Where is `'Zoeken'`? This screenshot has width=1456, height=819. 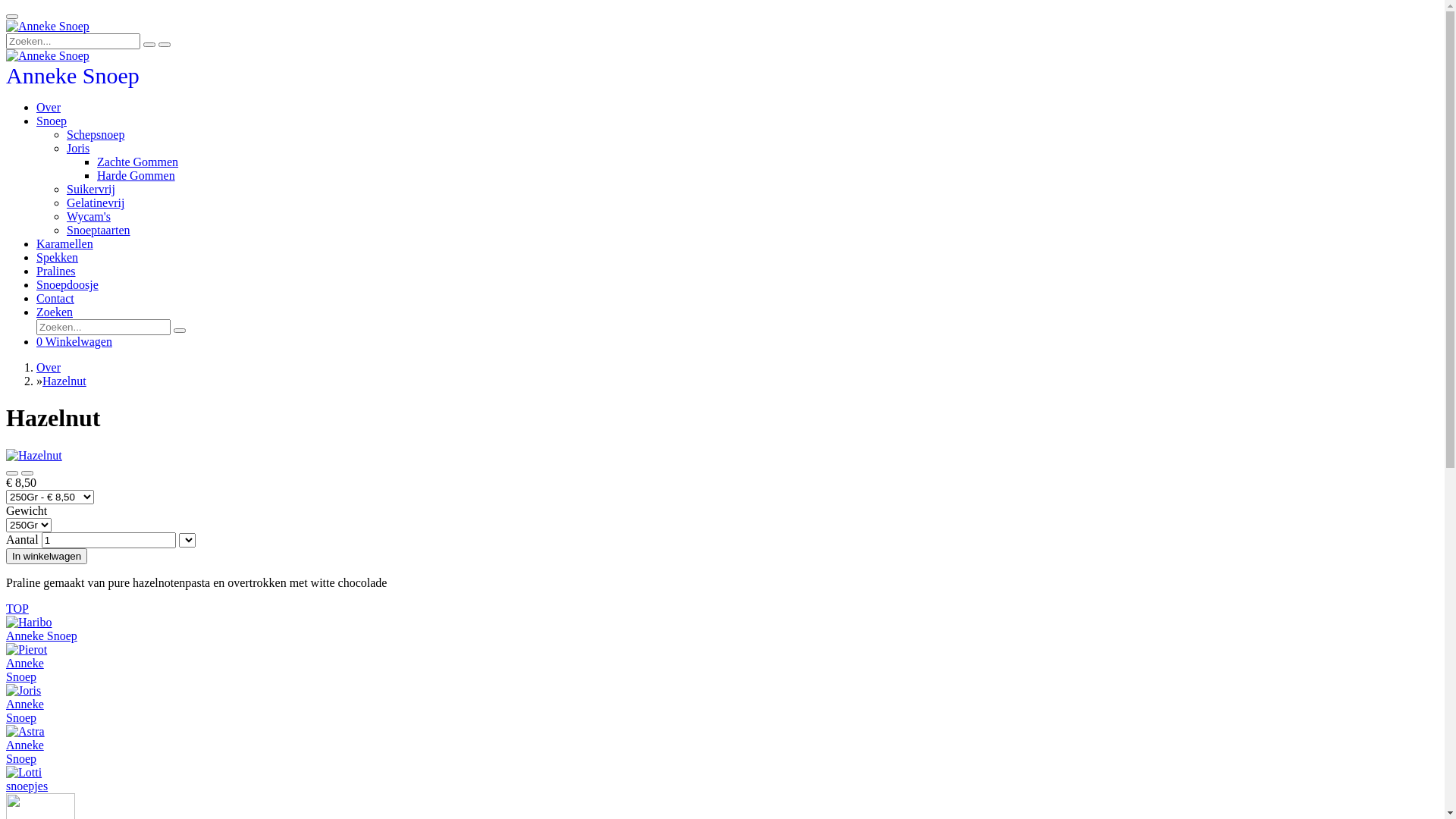 'Zoeken' is located at coordinates (55, 311).